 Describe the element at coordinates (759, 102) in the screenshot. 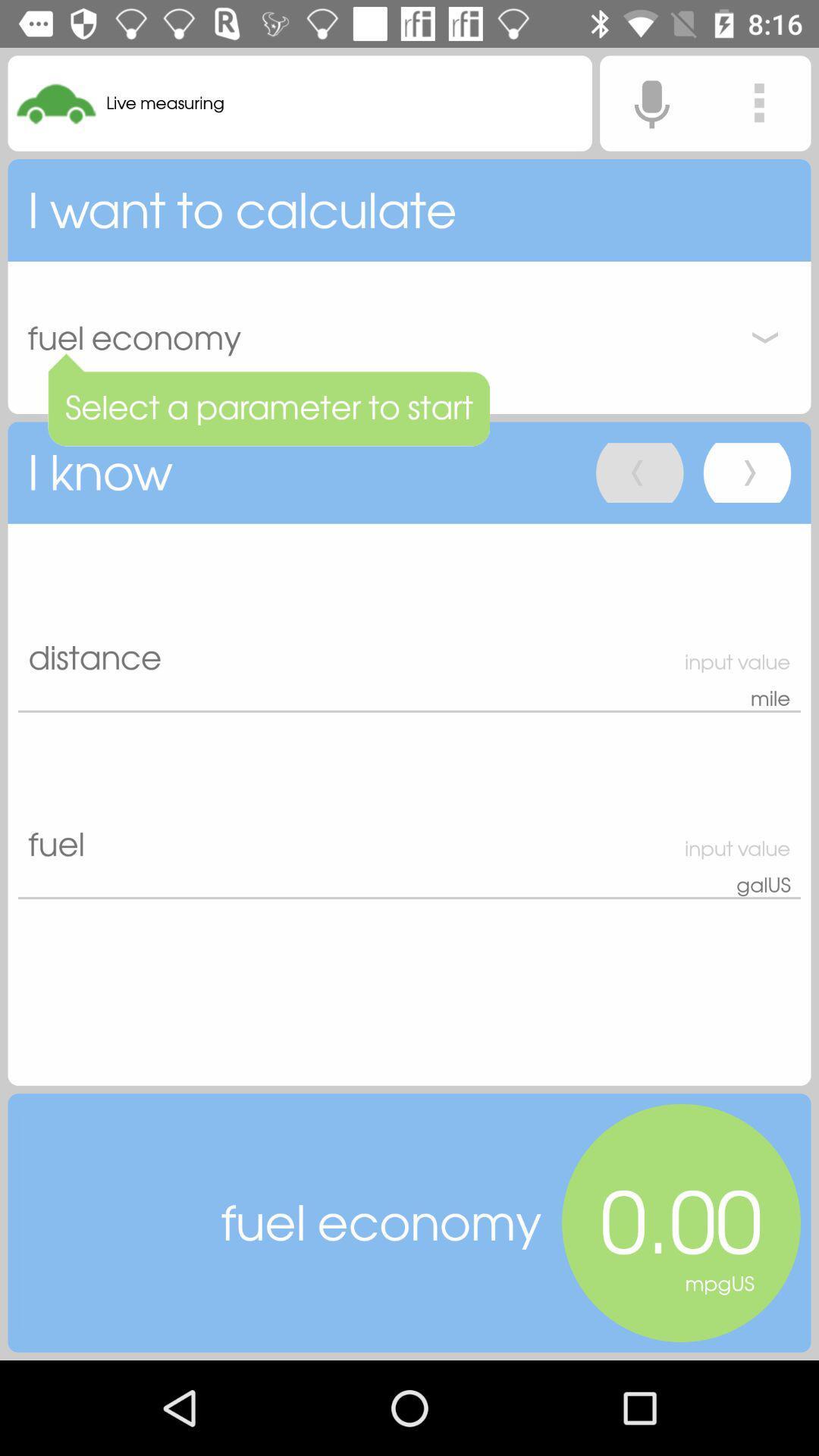

I see `the more icon` at that location.